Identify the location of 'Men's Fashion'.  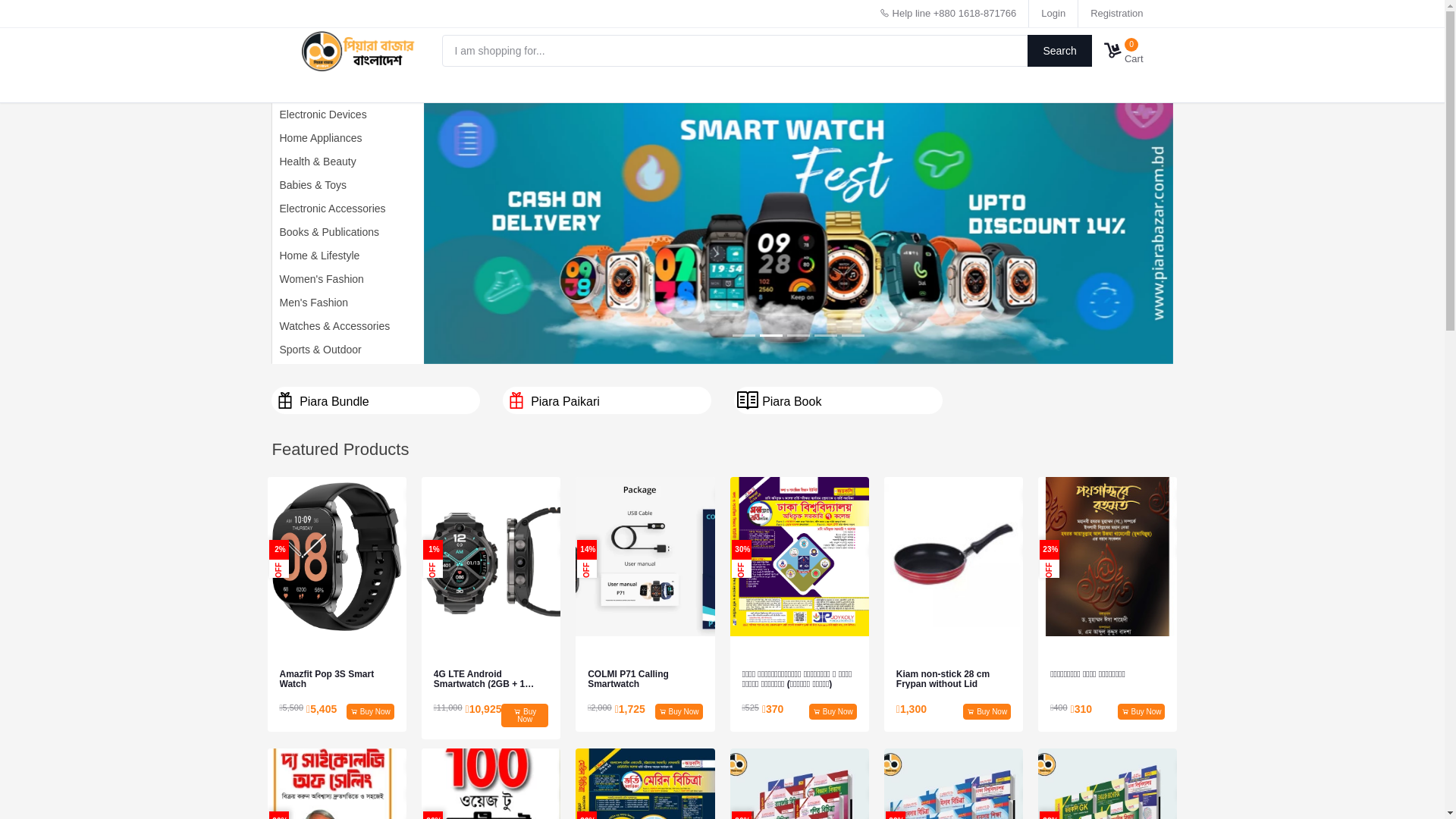
(271, 302).